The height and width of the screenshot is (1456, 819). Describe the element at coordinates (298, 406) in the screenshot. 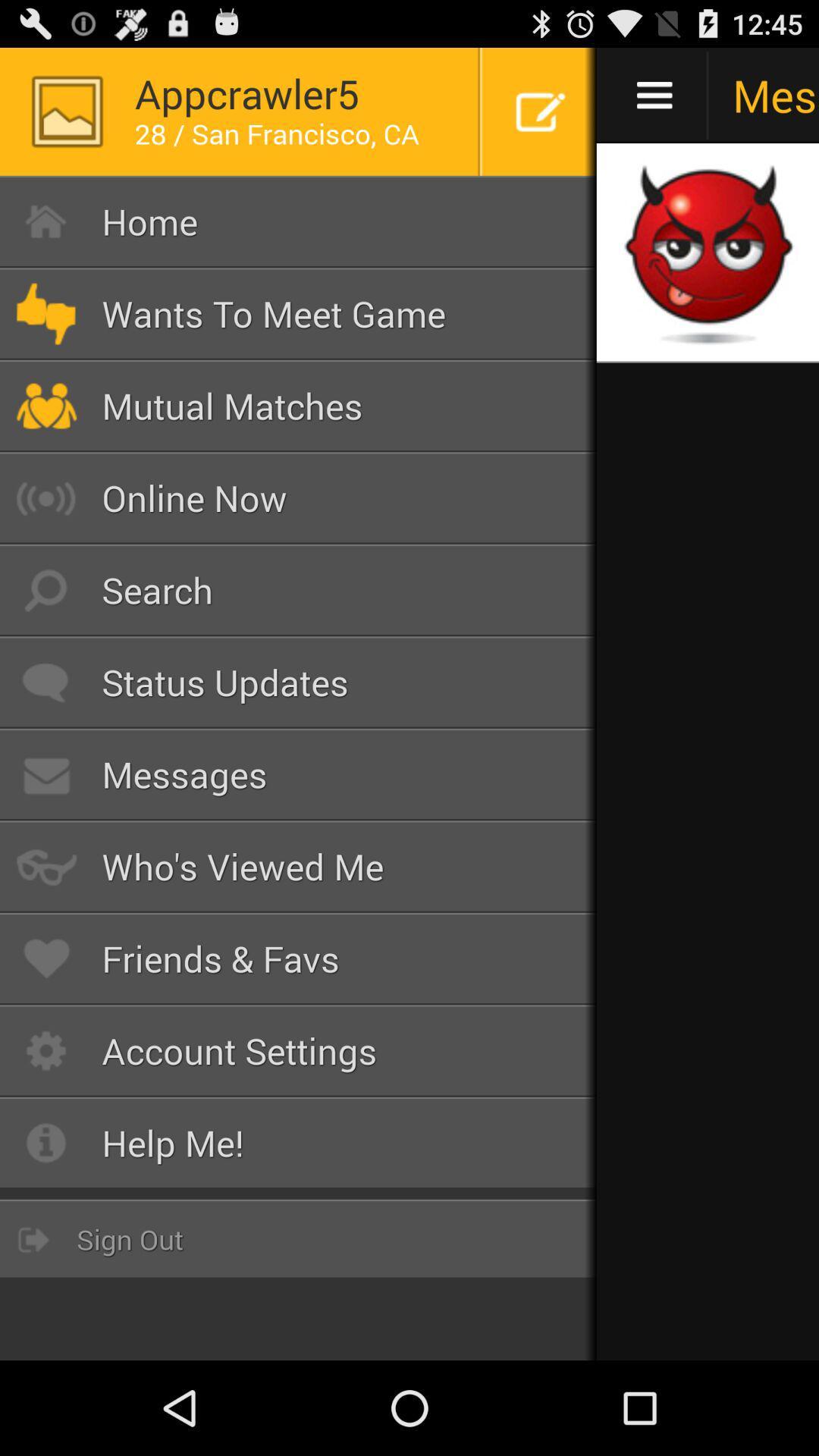

I see `button below wants to meet item` at that location.